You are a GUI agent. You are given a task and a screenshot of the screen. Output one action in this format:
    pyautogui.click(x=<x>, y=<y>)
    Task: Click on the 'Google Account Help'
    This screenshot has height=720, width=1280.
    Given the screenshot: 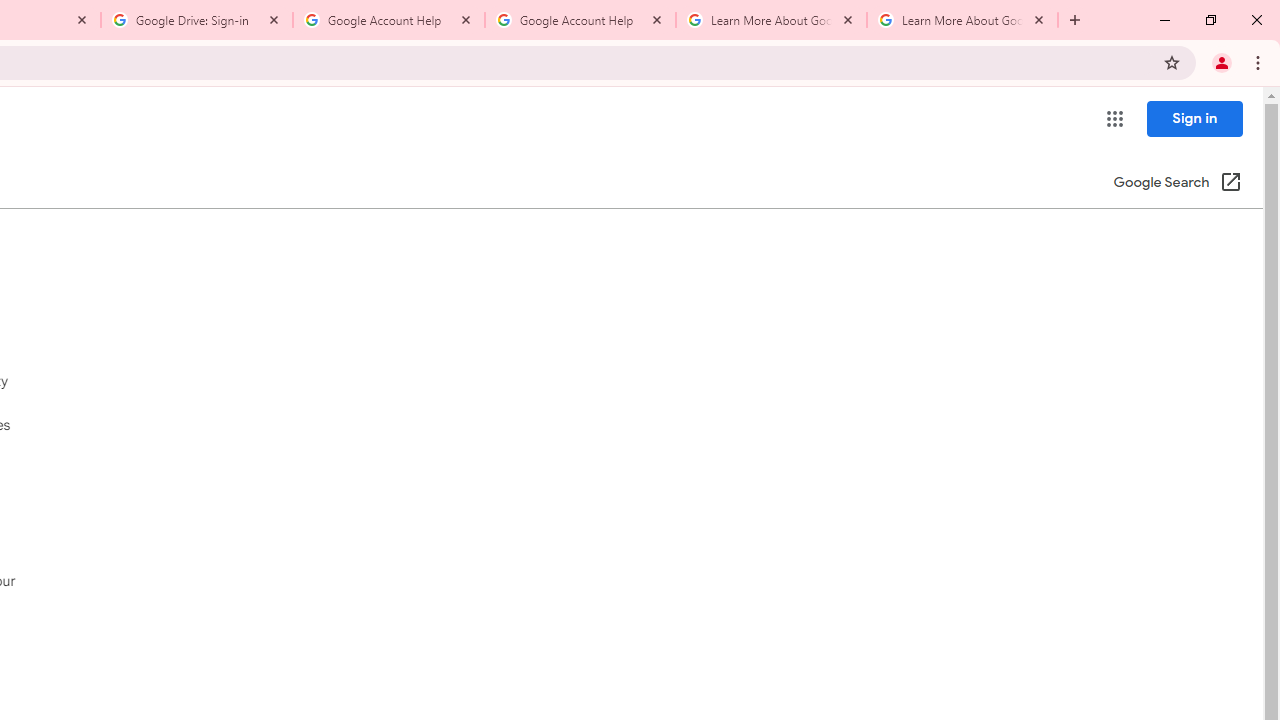 What is the action you would take?
    pyautogui.click(x=579, y=20)
    